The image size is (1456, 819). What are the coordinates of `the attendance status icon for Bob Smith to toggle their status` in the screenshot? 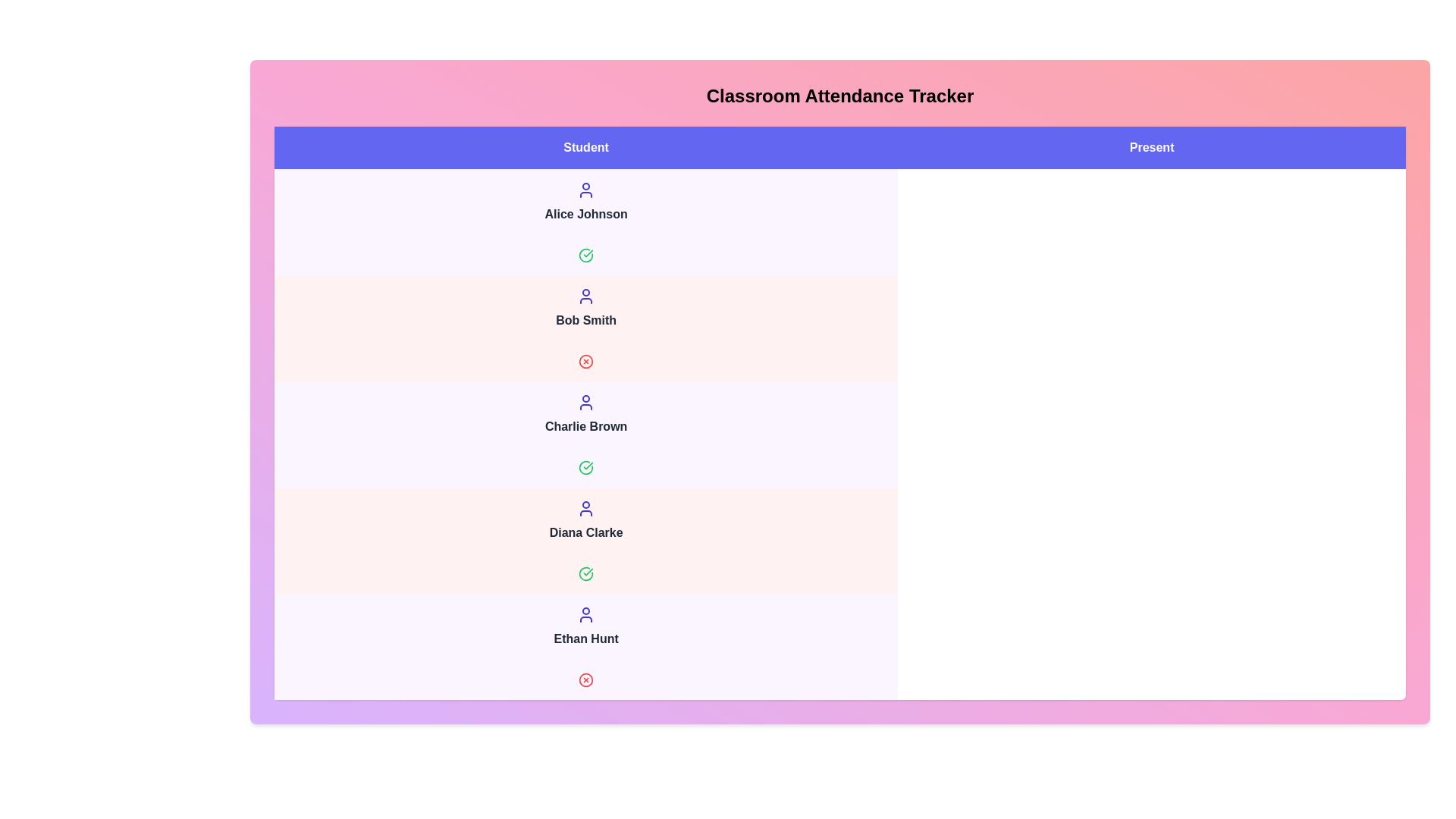 It's located at (585, 362).